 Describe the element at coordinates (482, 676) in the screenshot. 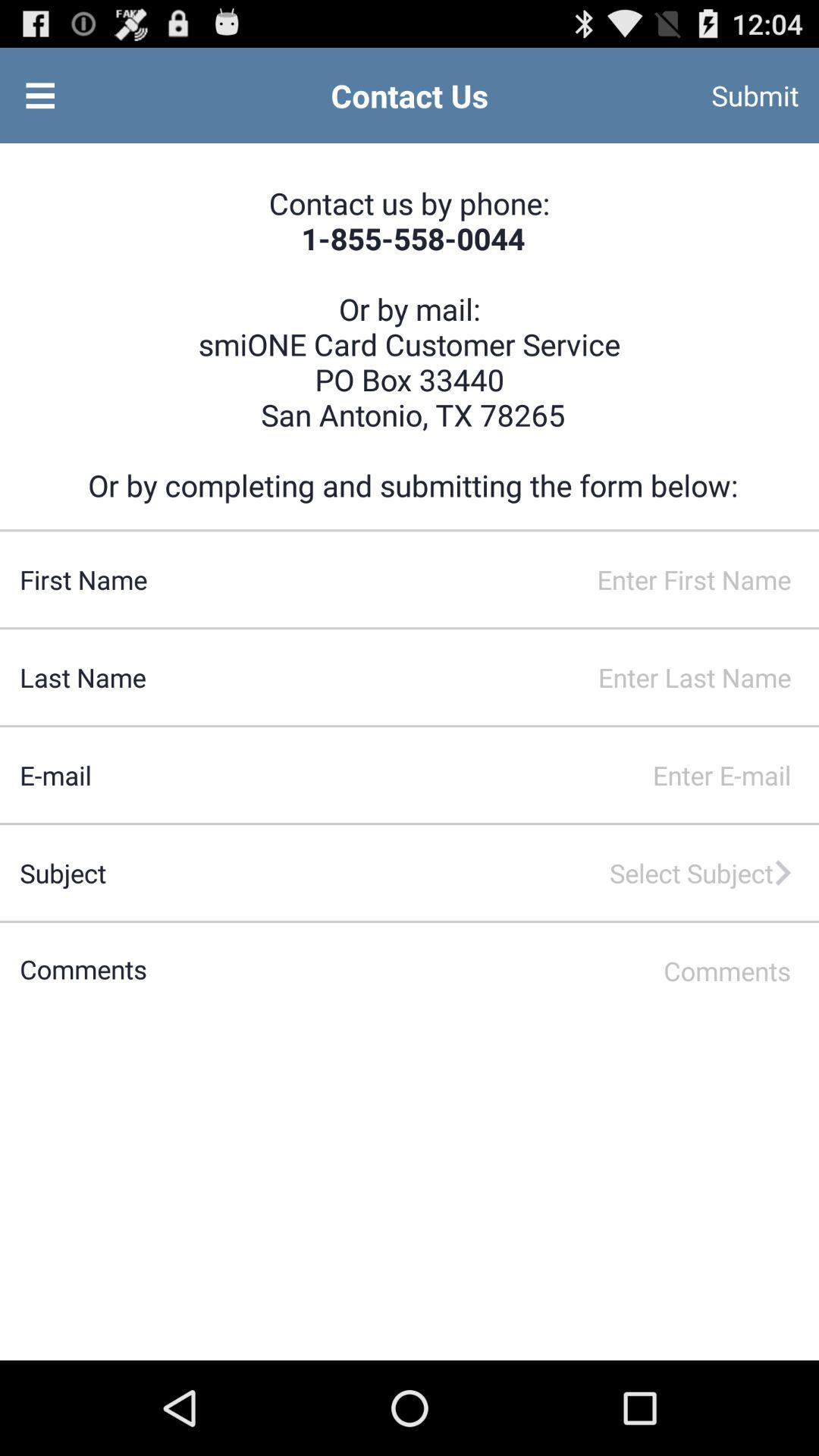

I see `input last name` at that location.